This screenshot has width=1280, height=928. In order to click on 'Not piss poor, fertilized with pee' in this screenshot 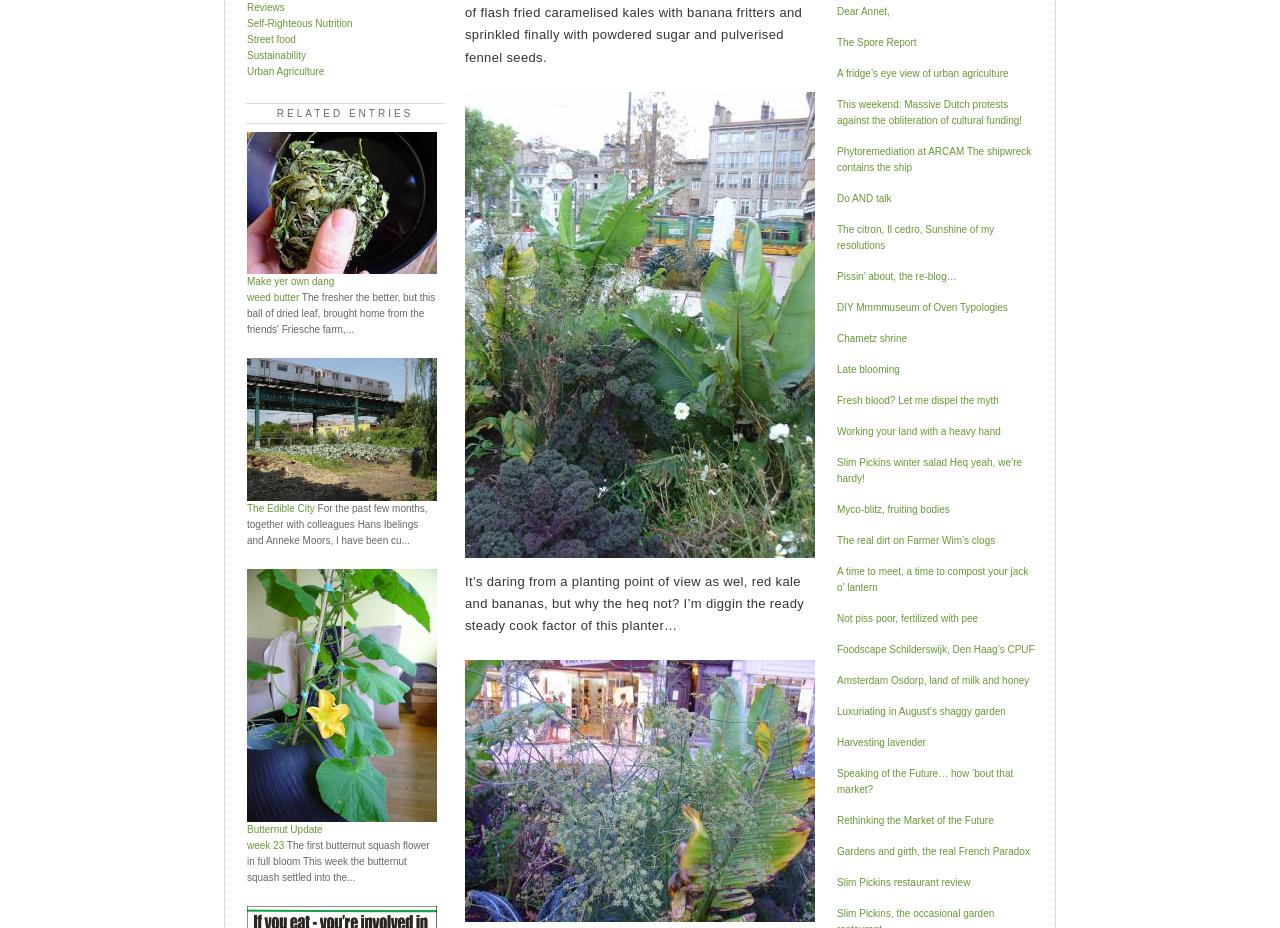, I will do `click(906, 618)`.